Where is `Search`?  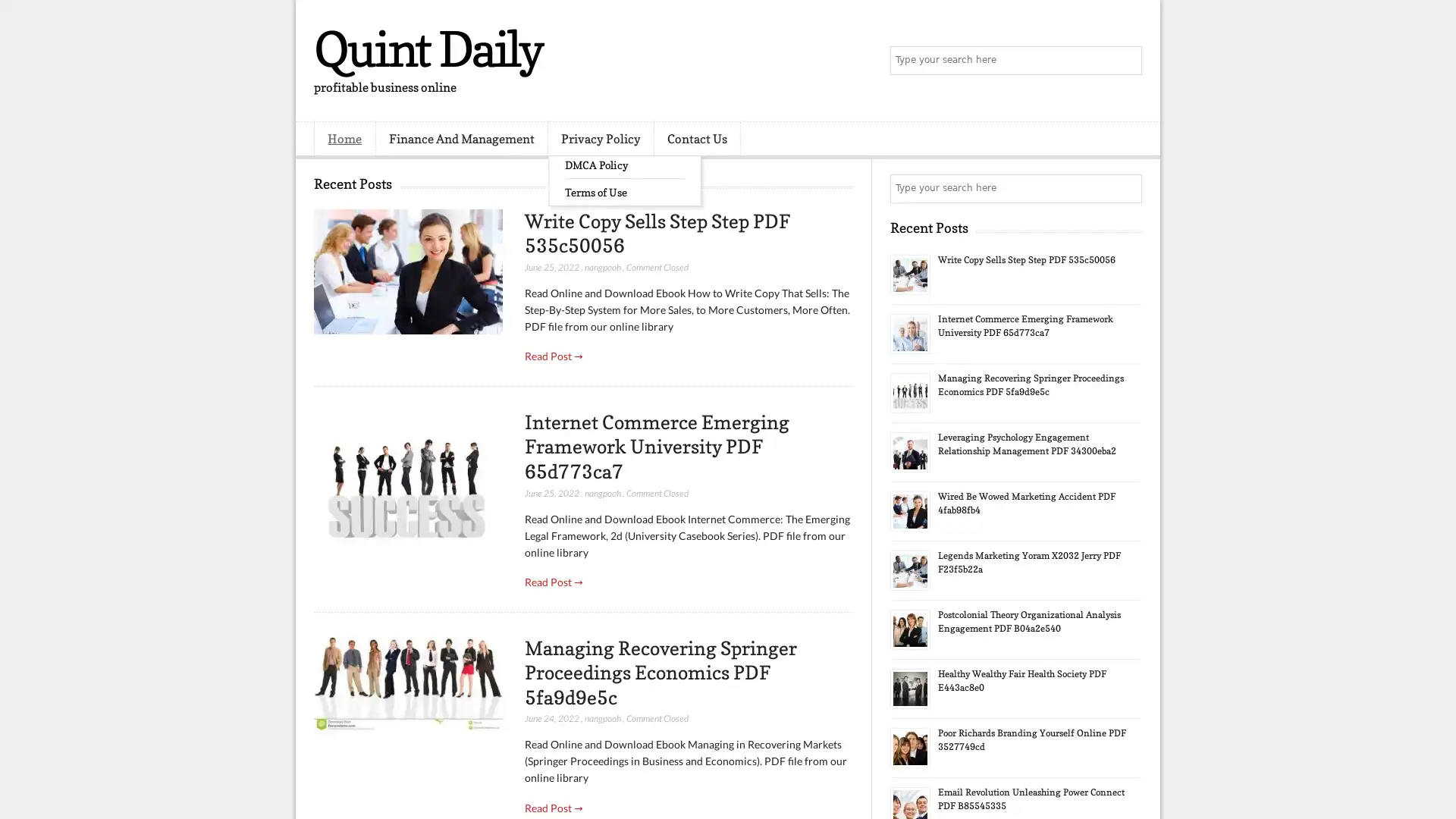
Search is located at coordinates (1126, 61).